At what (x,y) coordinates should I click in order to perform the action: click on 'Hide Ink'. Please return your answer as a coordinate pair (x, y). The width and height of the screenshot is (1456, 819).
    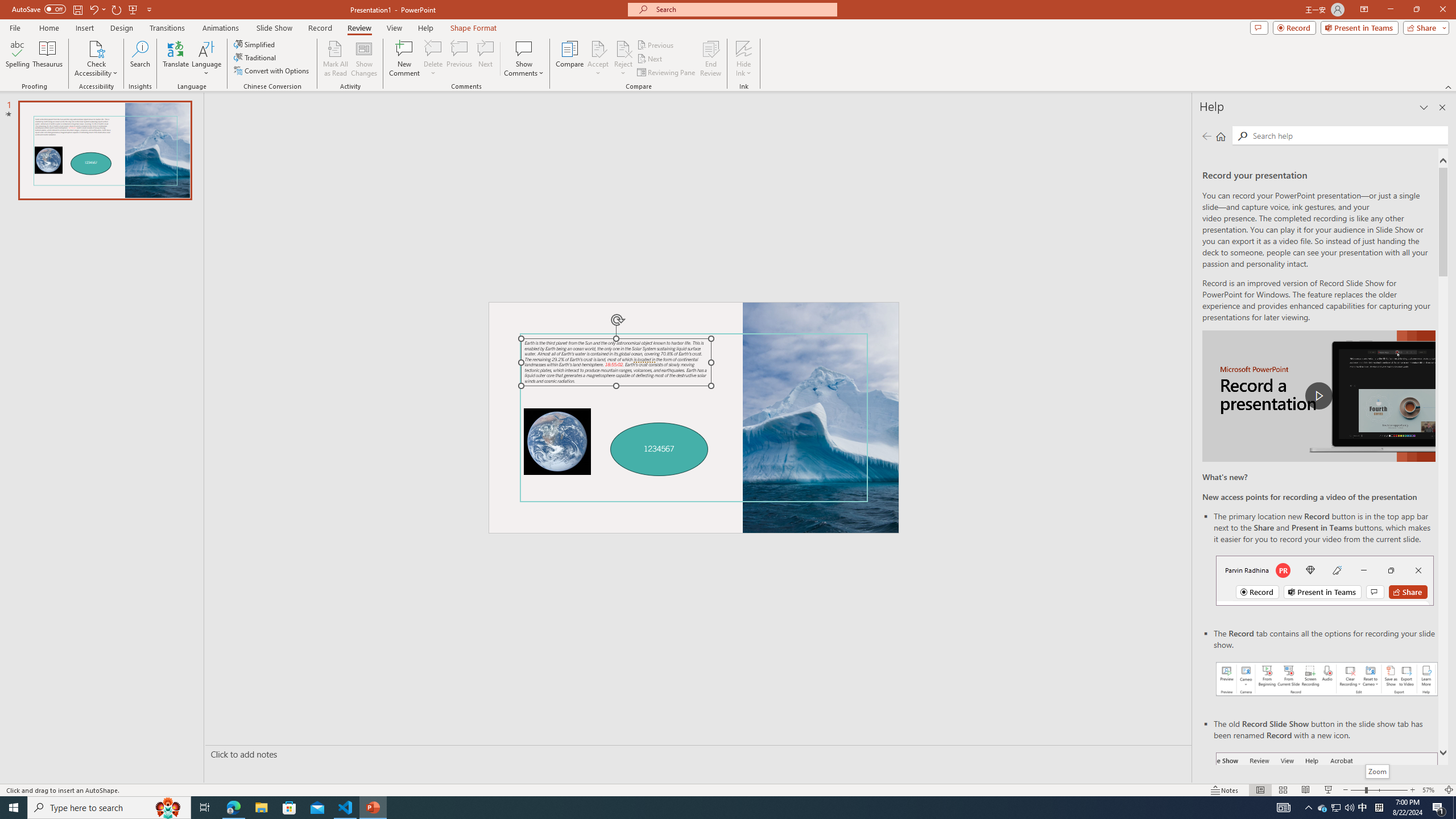
    Looking at the image, I should click on (744, 48).